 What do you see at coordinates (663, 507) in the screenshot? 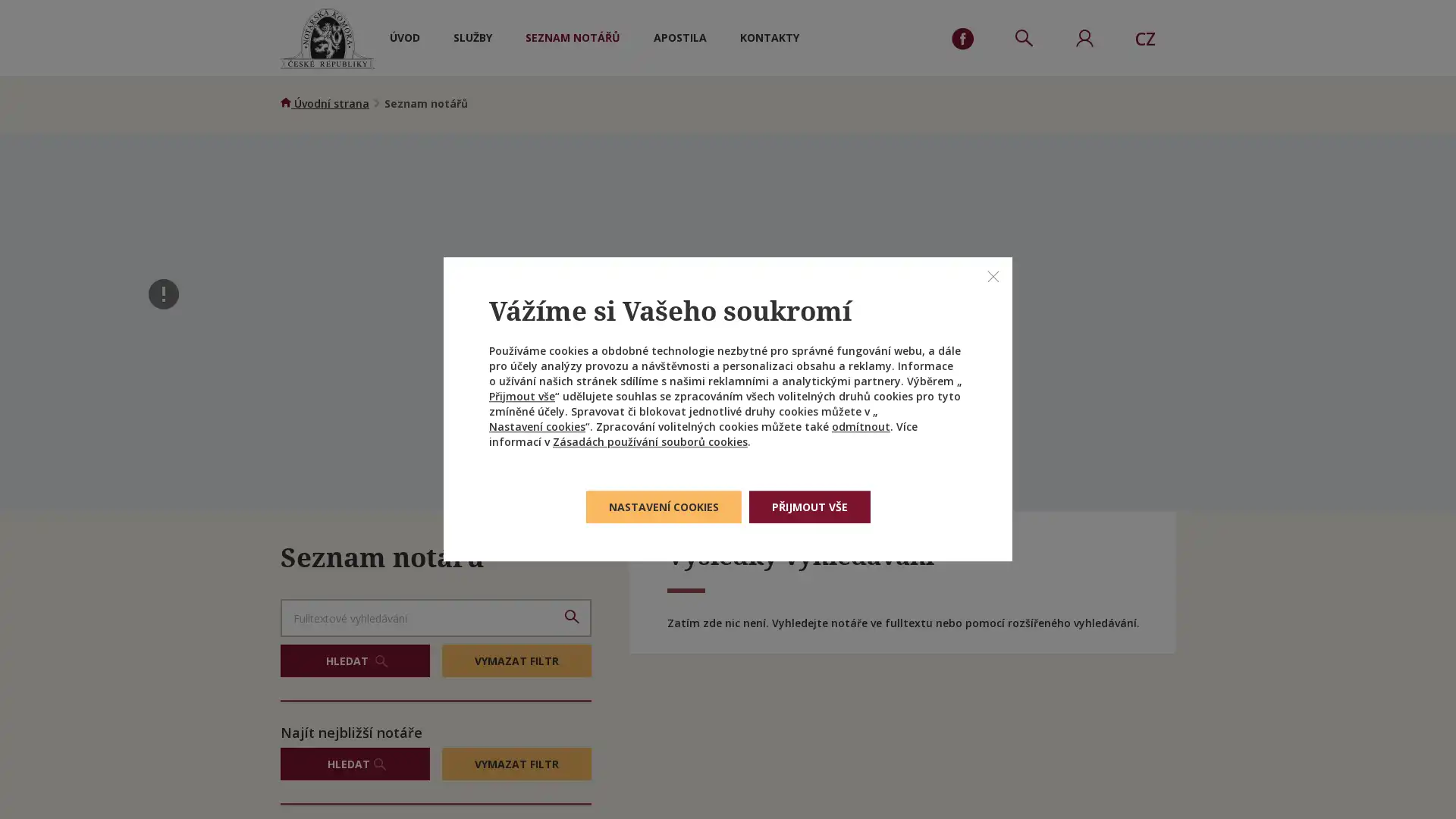
I see `Nastaveni cookies` at bounding box center [663, 507].